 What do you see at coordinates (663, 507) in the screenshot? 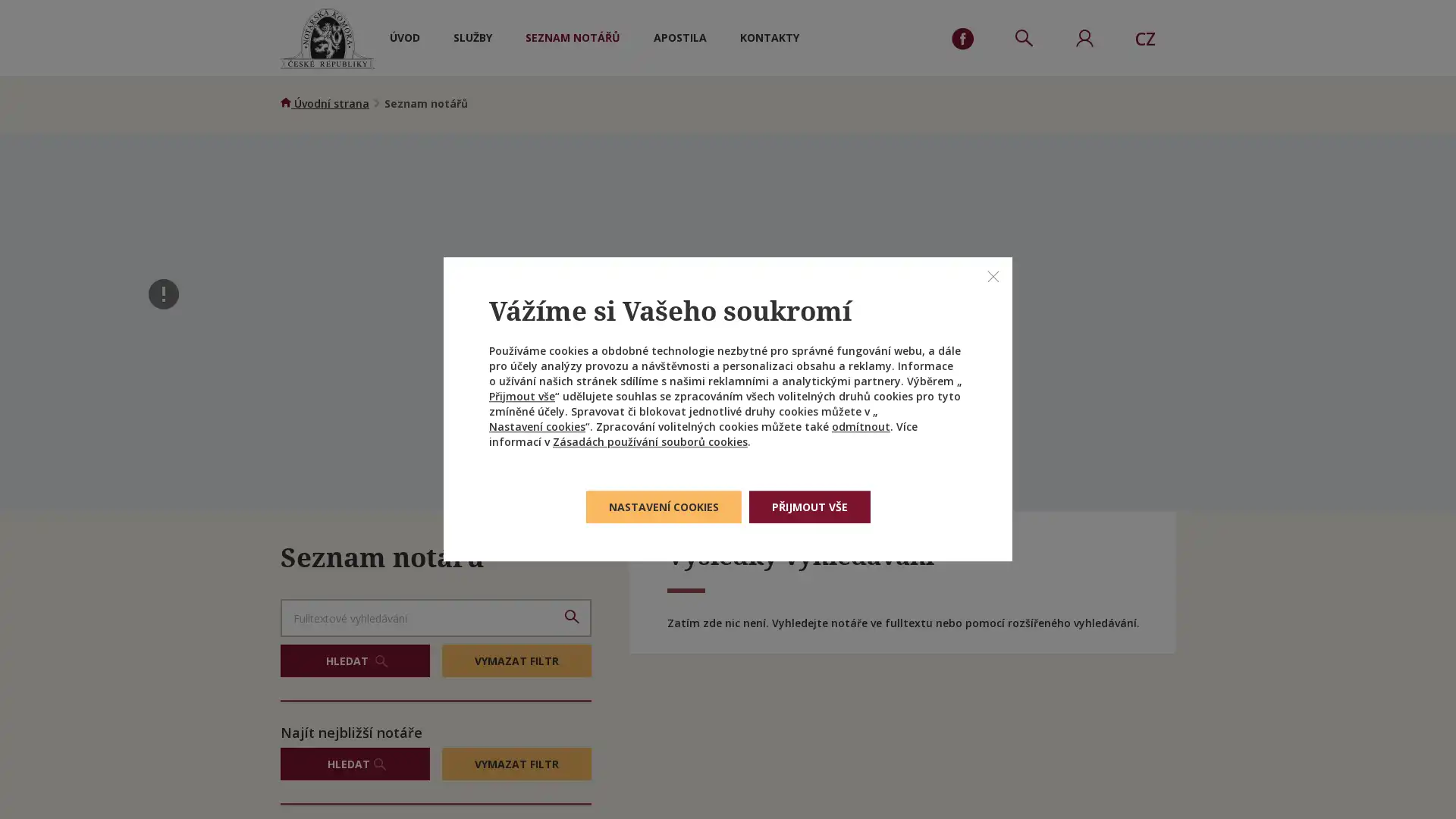
I see `Nastaveni cookies` at bounding box center [663, 507].